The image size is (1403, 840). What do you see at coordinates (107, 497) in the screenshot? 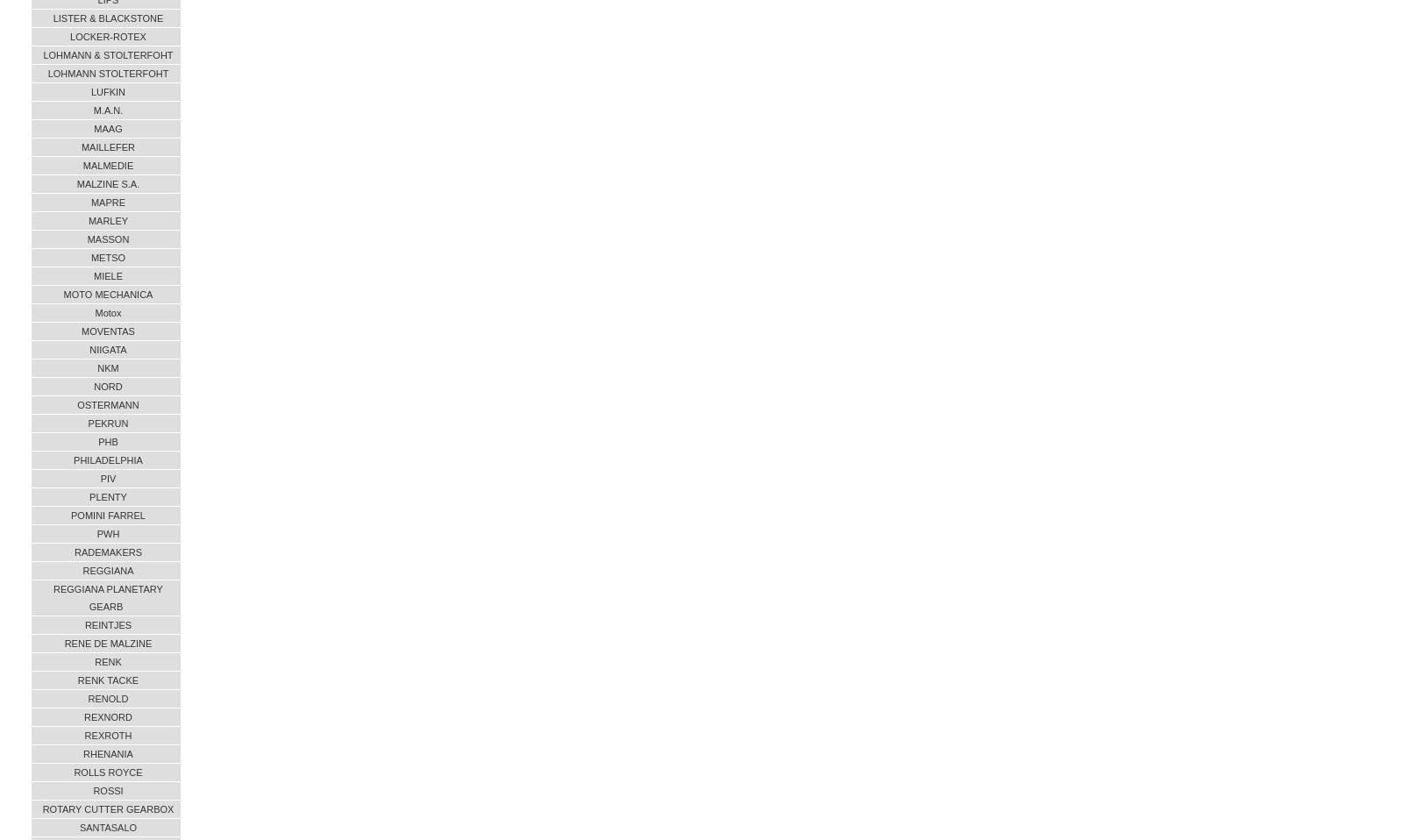
I see `'PLENTY'` at bounding box center [107, 497].